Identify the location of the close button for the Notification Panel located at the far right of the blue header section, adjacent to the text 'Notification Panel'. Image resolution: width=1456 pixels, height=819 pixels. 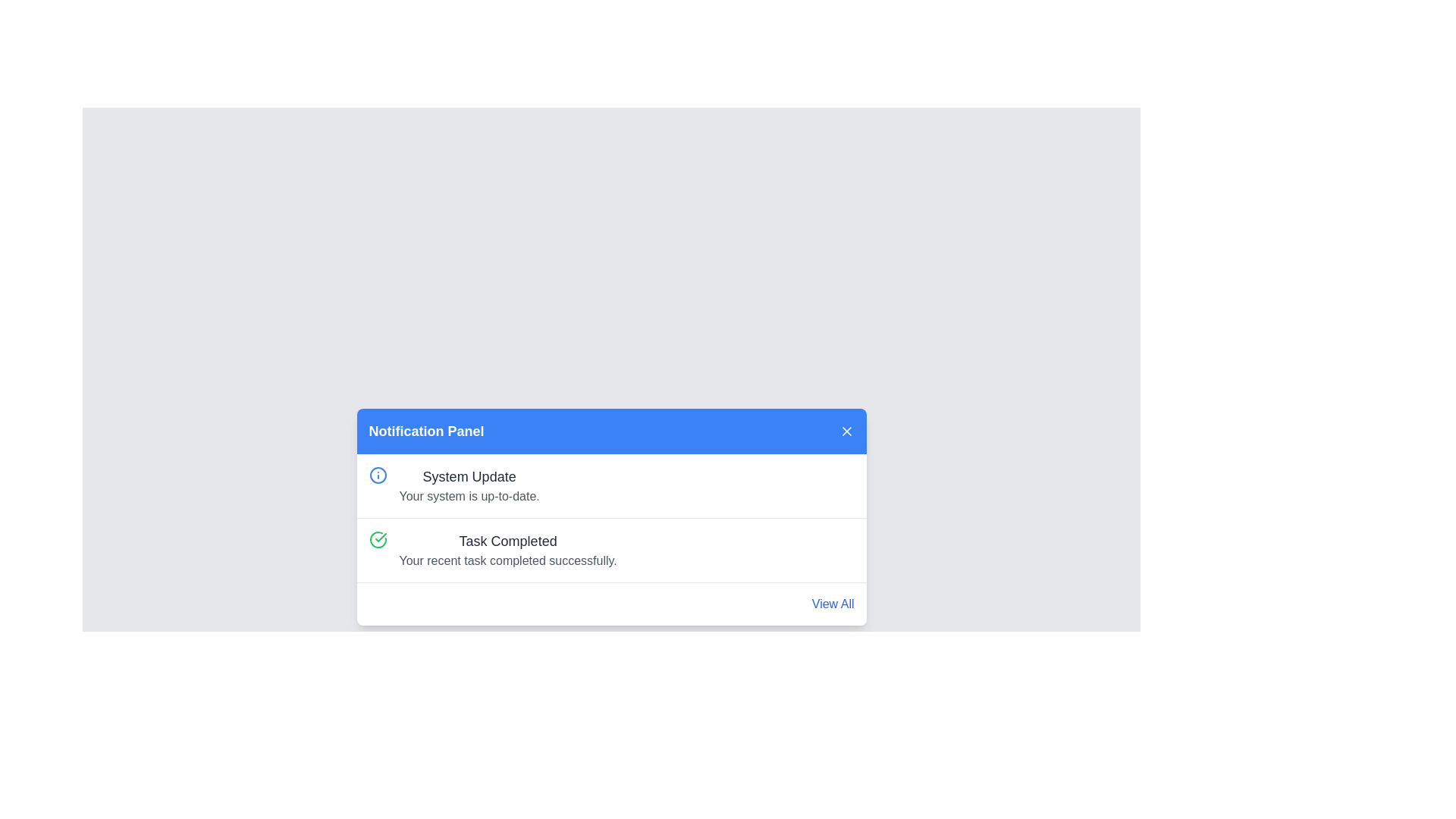
(846, 431).